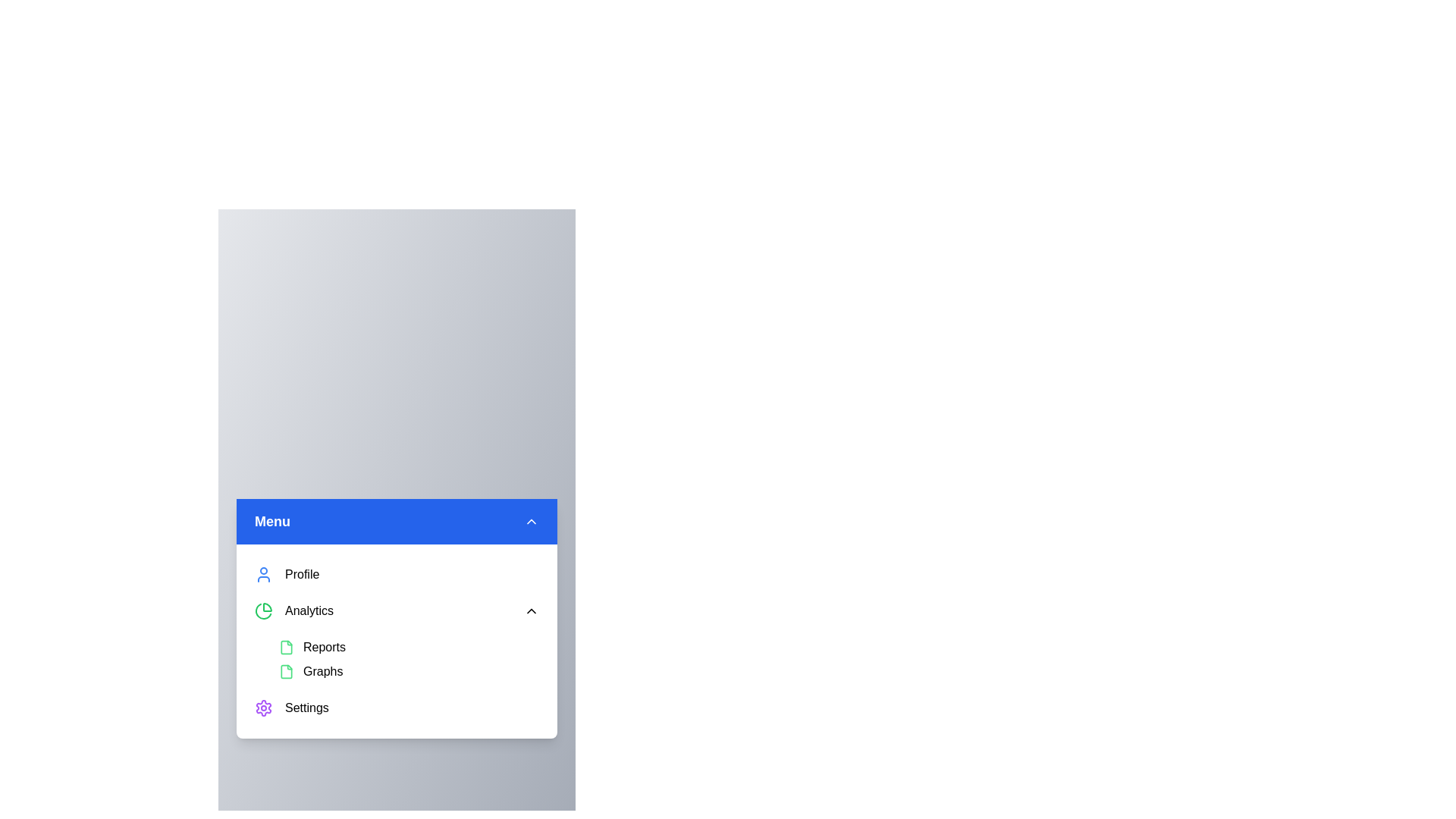 The width and height of the screenshot is (1456, 819). What do you see at coordinates (323, 647) in the screenshot?
I see `the 'Reports' text label, which is a medium-sized black font adjacent to a green document icon` at bounding box center [323, 647].